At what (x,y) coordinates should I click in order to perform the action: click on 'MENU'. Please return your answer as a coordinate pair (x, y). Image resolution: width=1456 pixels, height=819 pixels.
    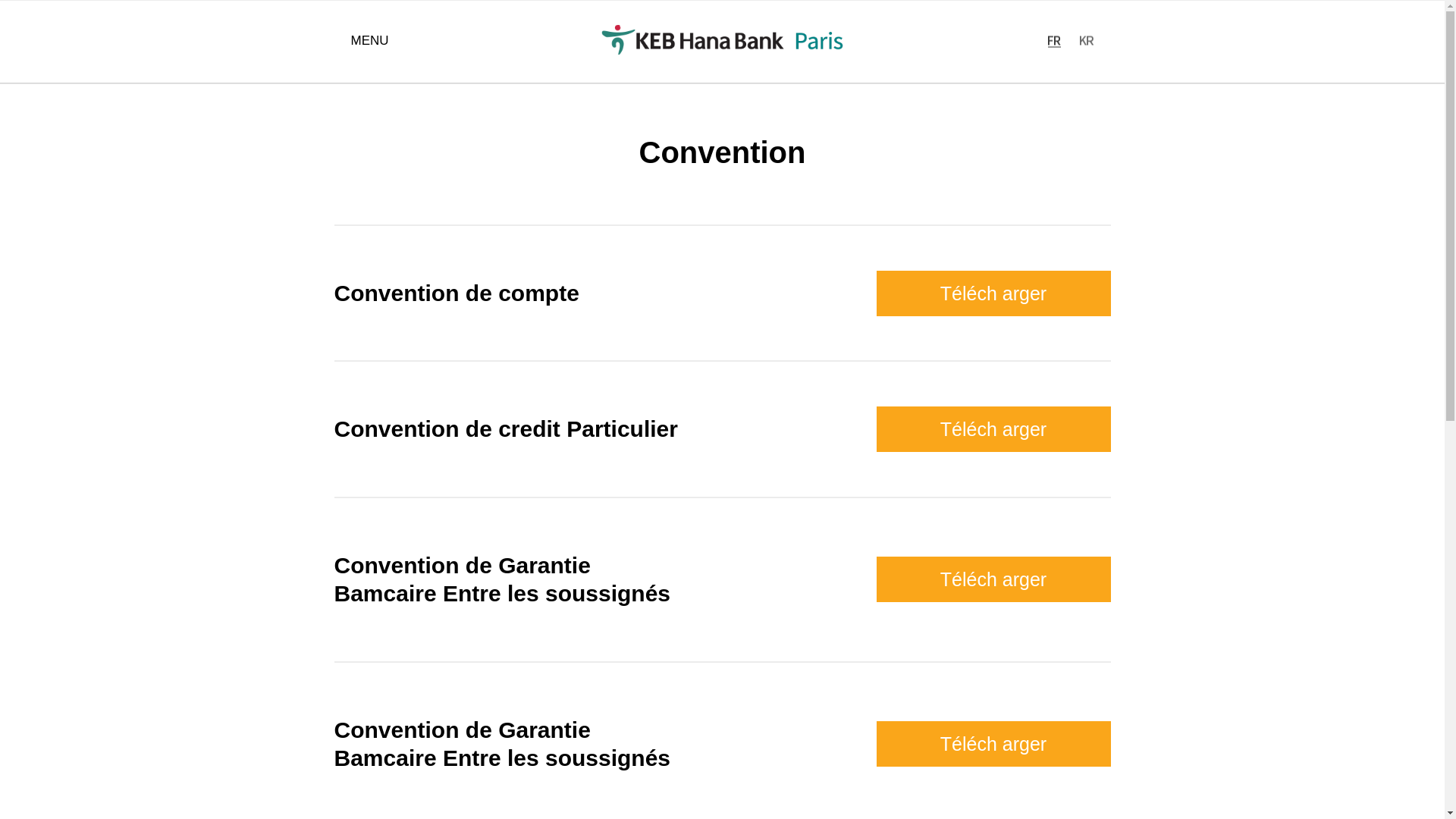
    Looking at the image, I should click on (349, 40).